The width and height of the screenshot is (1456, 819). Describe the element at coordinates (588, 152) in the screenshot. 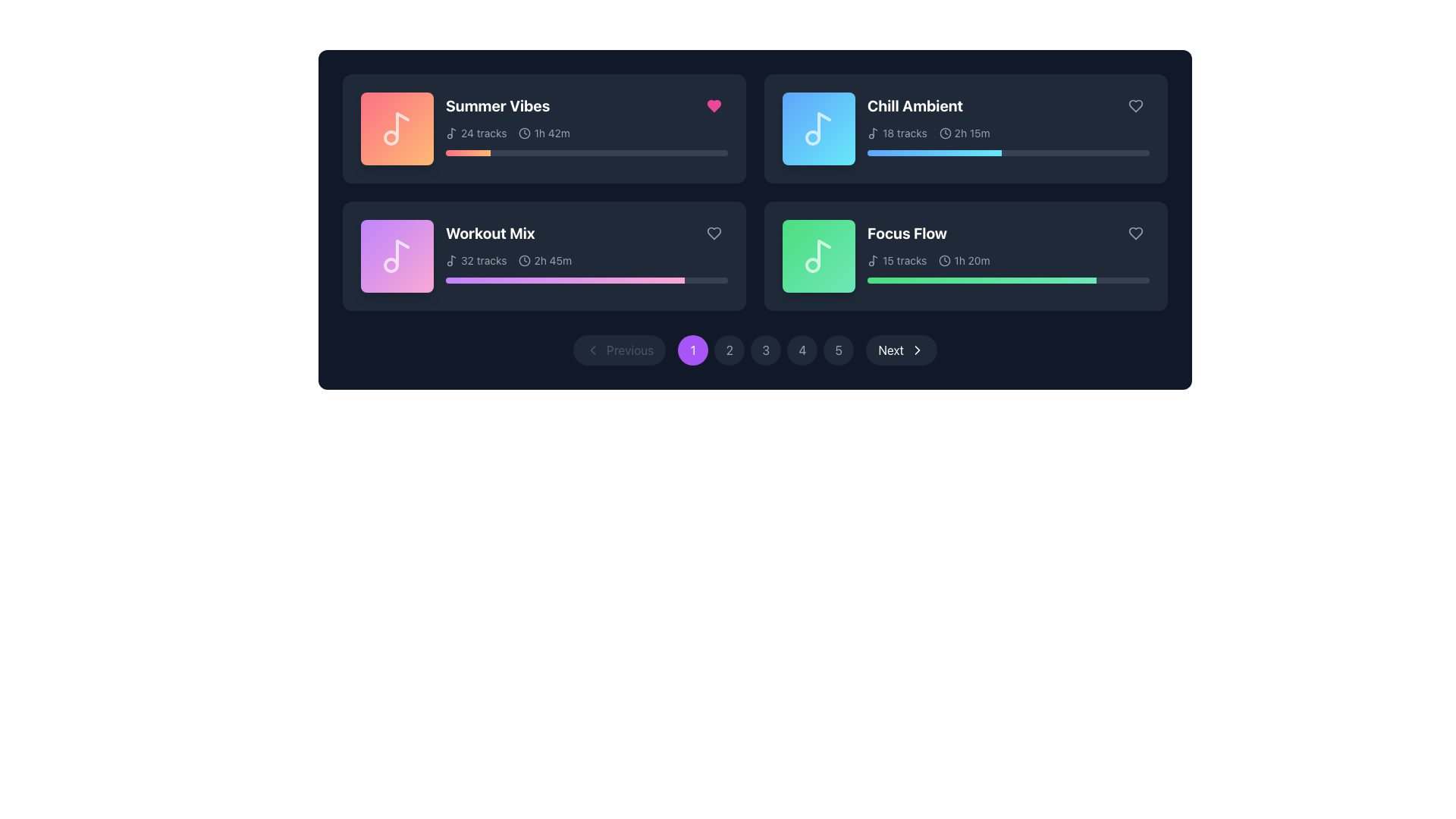

I see `the progress` at that location.